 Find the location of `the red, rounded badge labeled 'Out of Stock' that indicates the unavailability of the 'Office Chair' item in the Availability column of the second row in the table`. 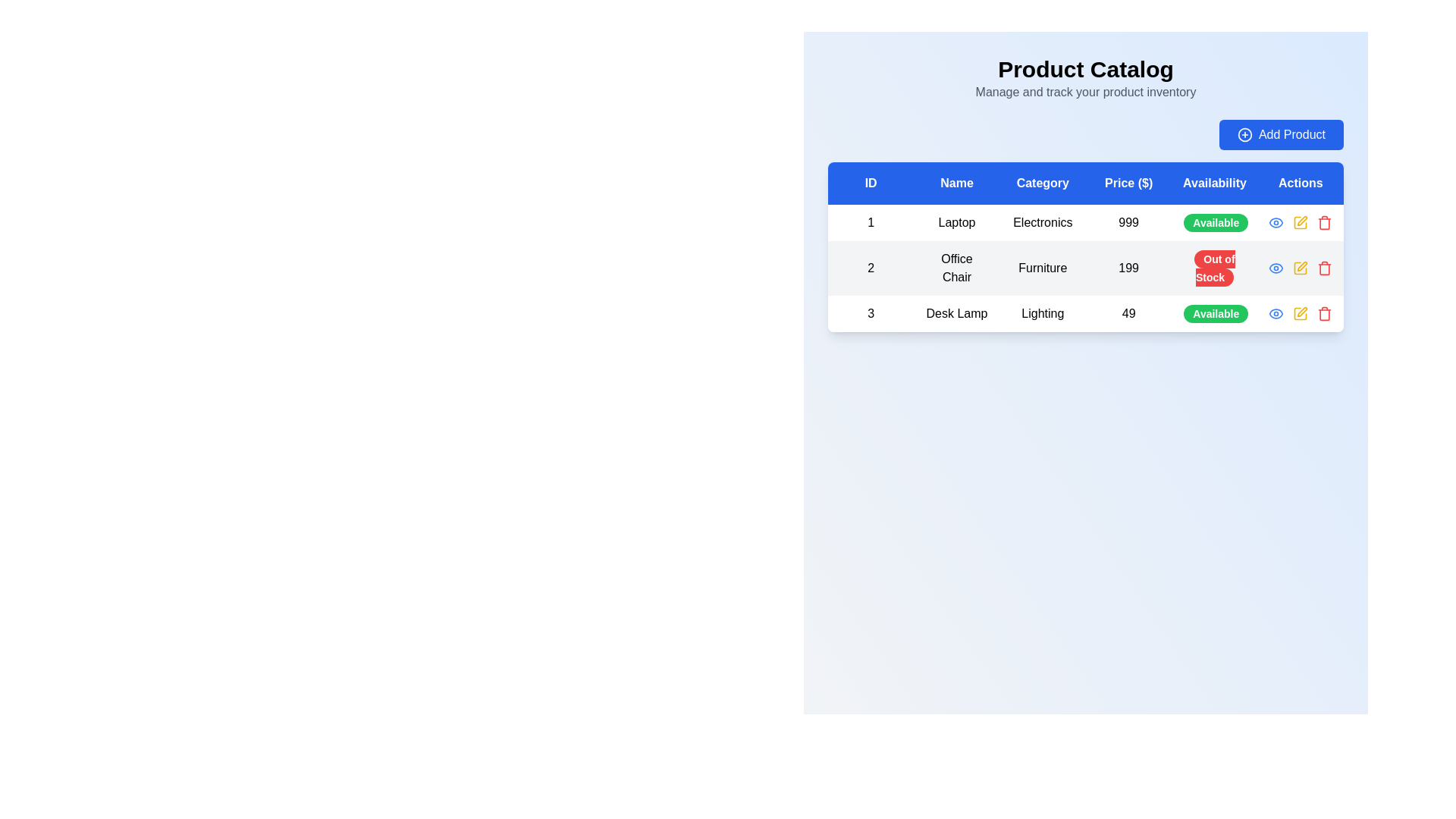

the red, rounded badge labeled 'Out of Stock' that indicates the unavailability of the 'Office Chair' item in the Availability column of the second row in the table is located at coordinates (1215, 268).